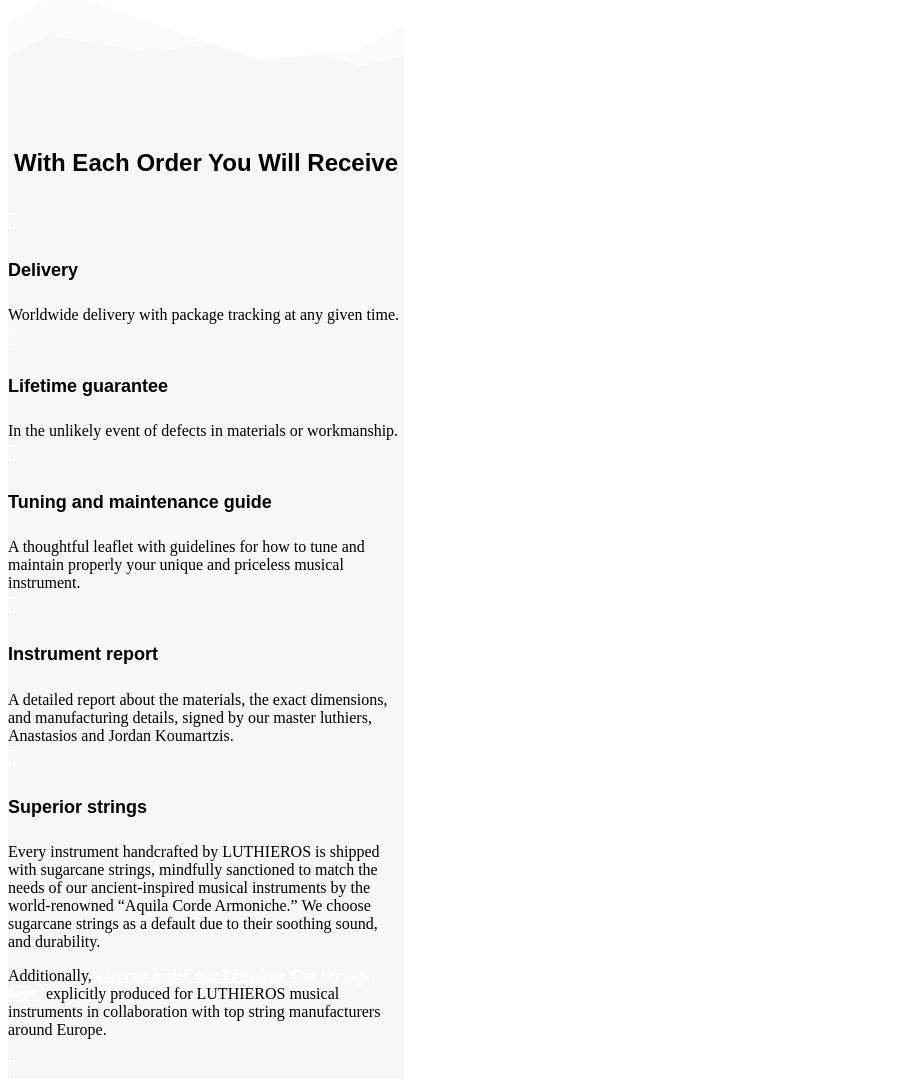  Describe the element at coordinates (86, 383) in the screenshot. I see `'Lifetime guarantee'` at that location.